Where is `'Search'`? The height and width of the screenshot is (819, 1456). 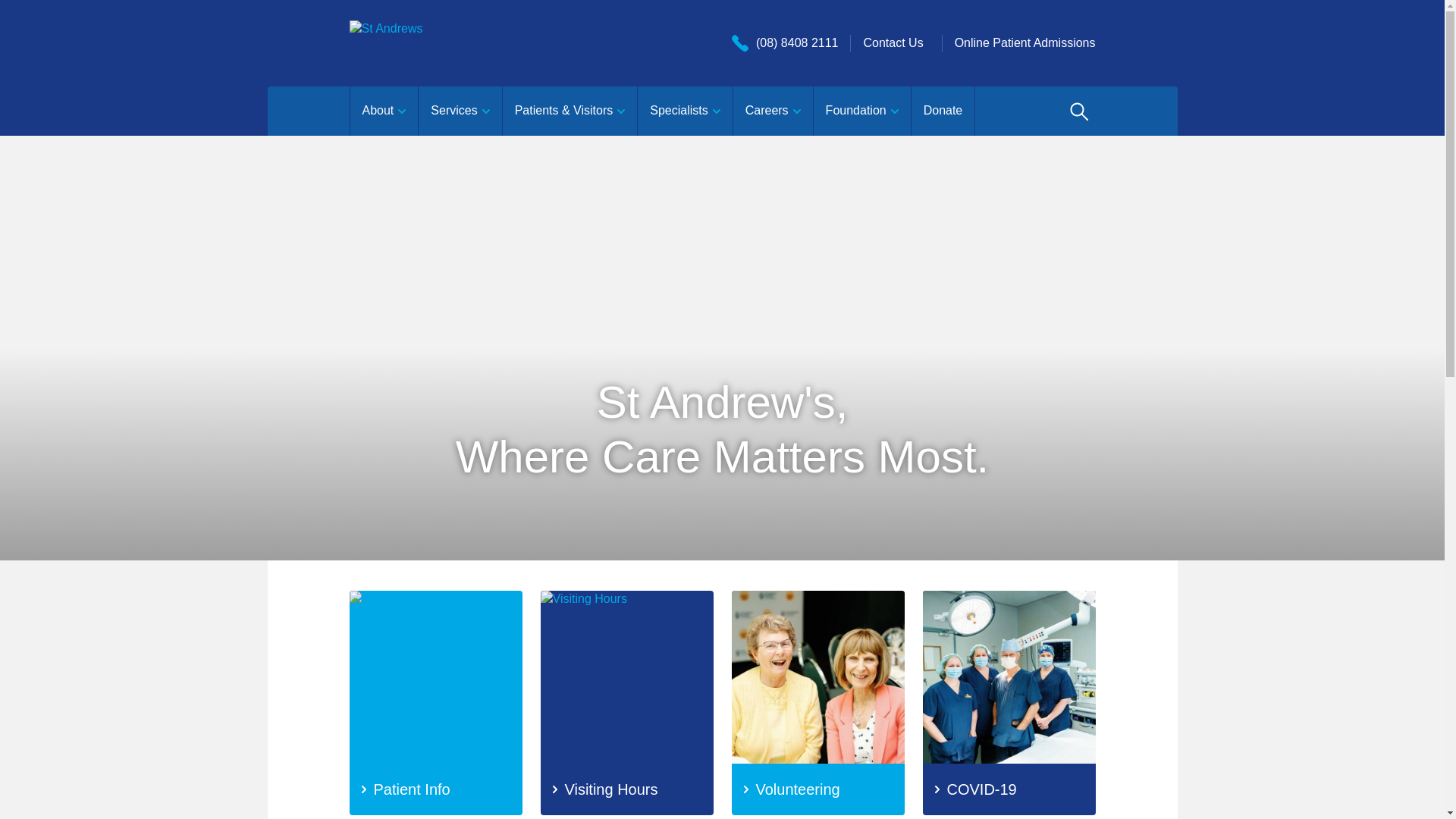 'Search' is located at coordinates (1077, 110).